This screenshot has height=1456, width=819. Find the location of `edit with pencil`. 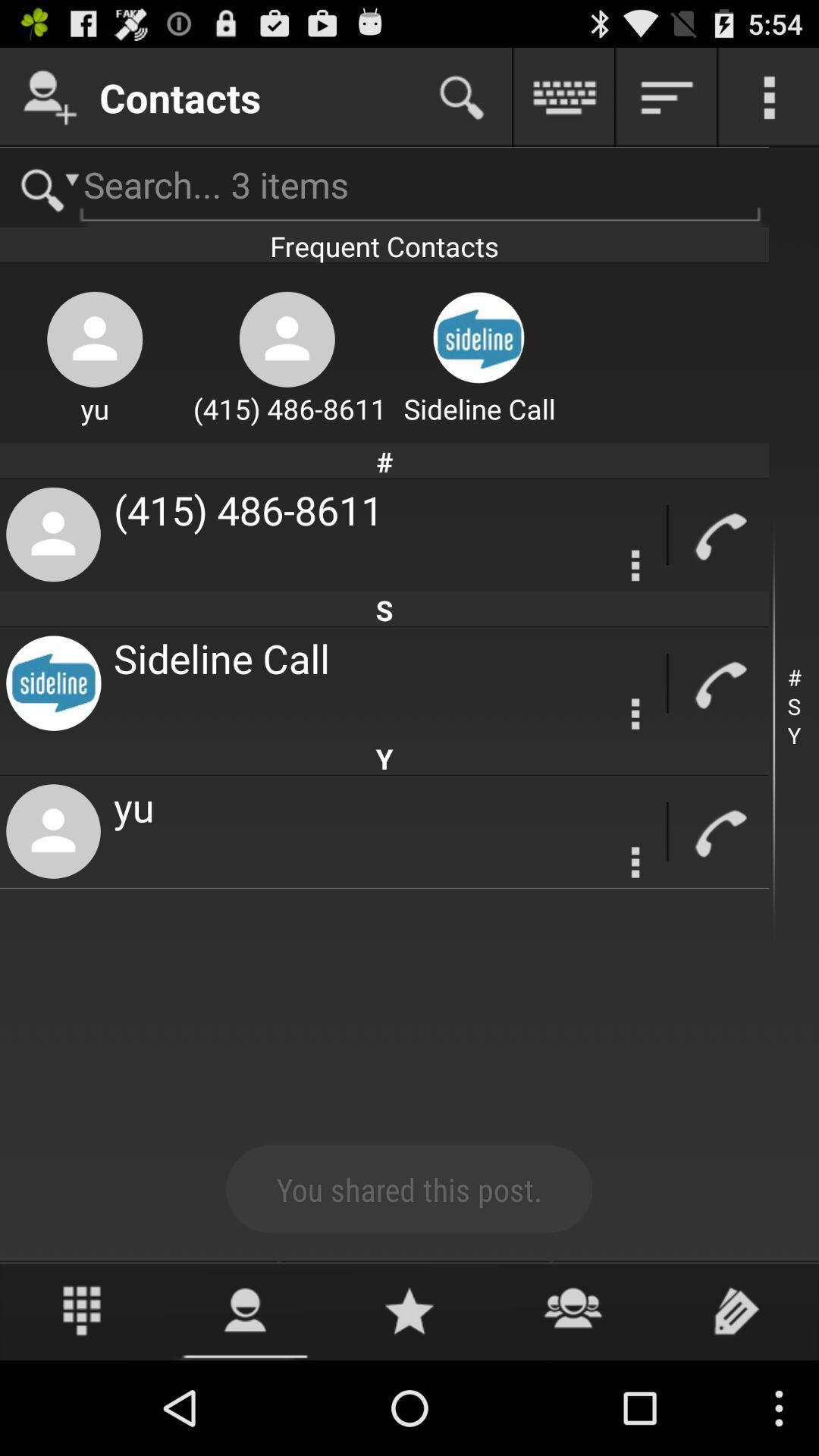

edit with pencil is located at coordinates (736, 1310).